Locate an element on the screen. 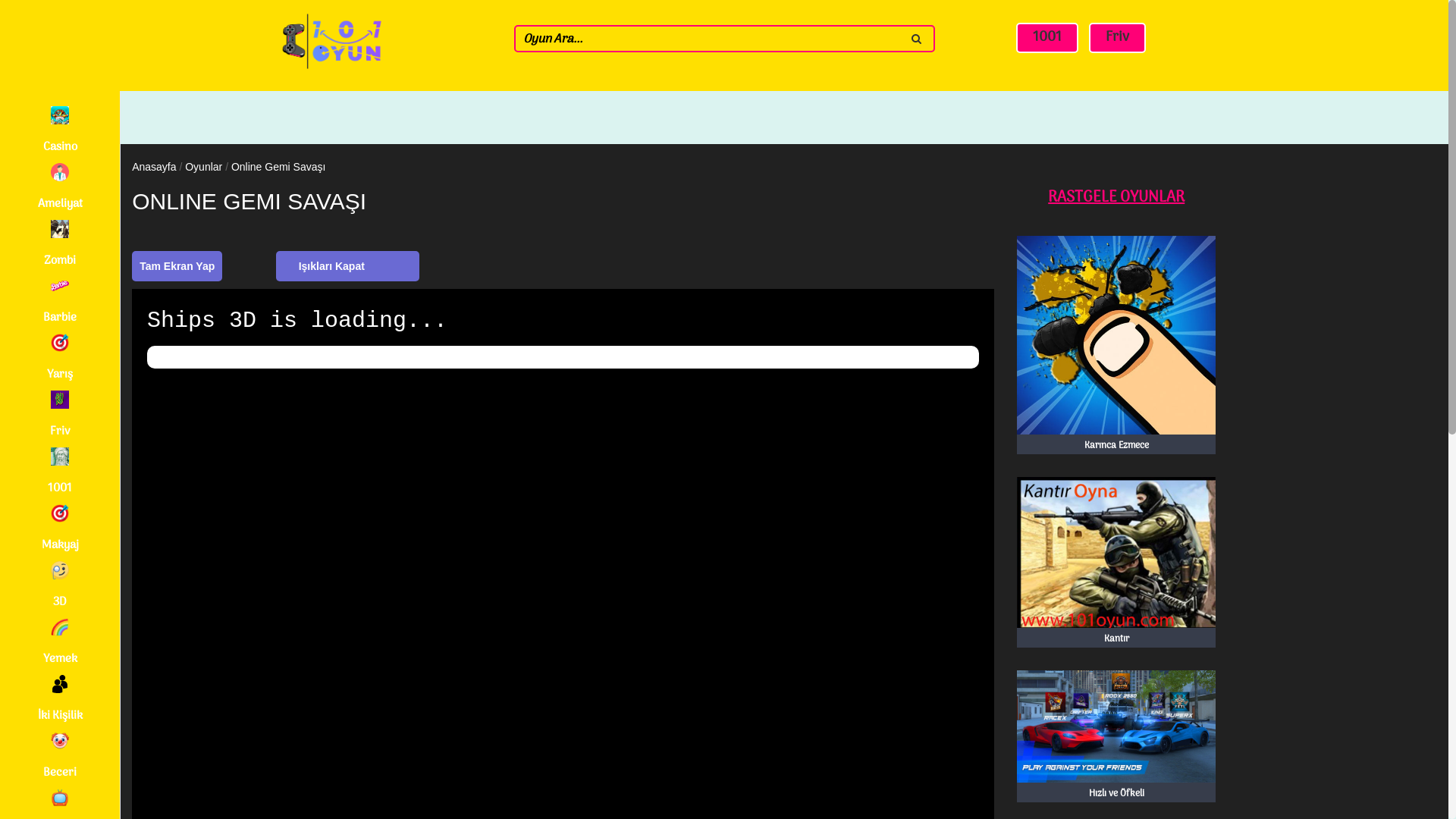 The height and width of the screenshot is (819, 1456). '1001' is located at coordinates (1032, 36).